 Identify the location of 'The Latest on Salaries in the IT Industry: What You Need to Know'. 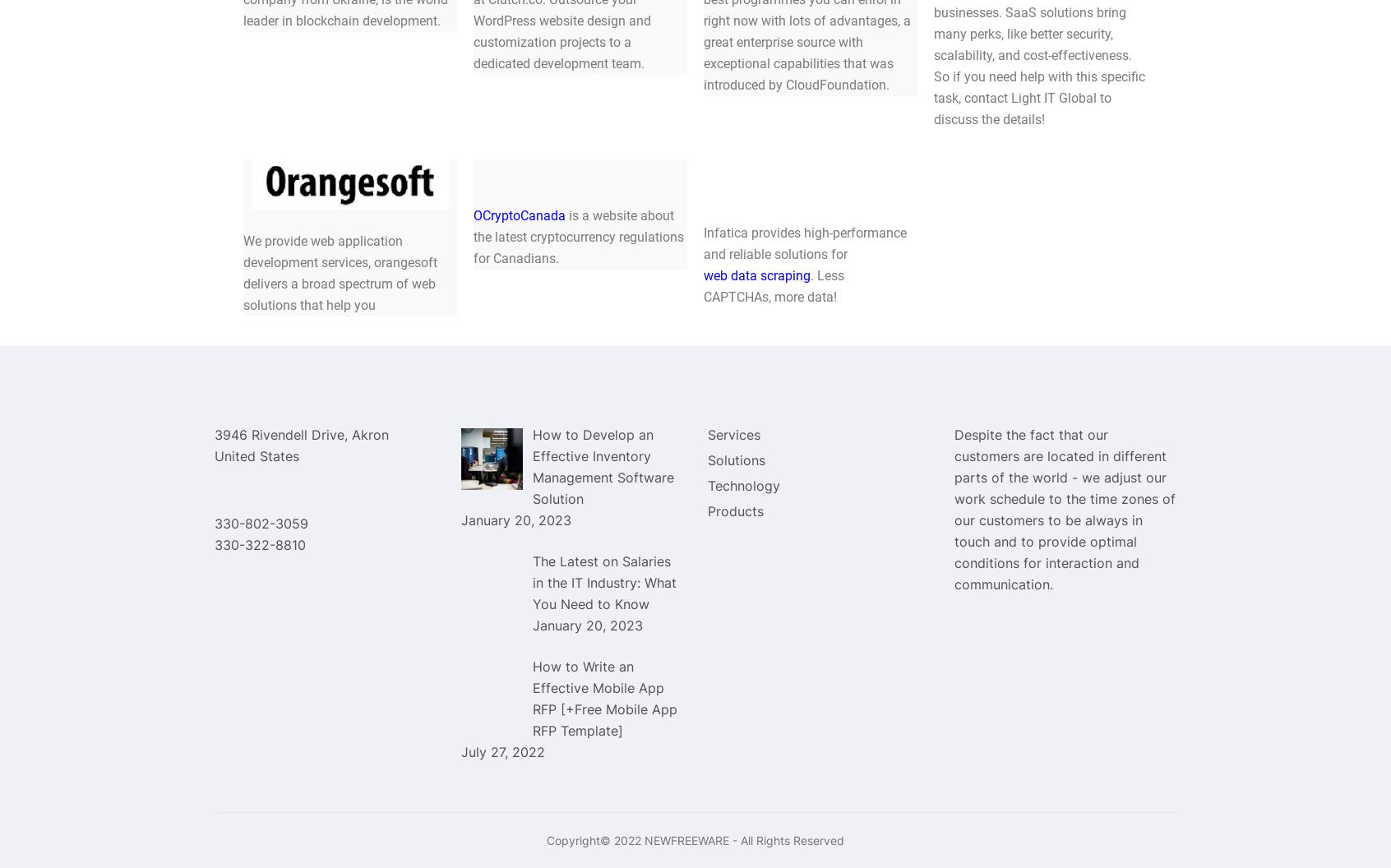
(533, 582).